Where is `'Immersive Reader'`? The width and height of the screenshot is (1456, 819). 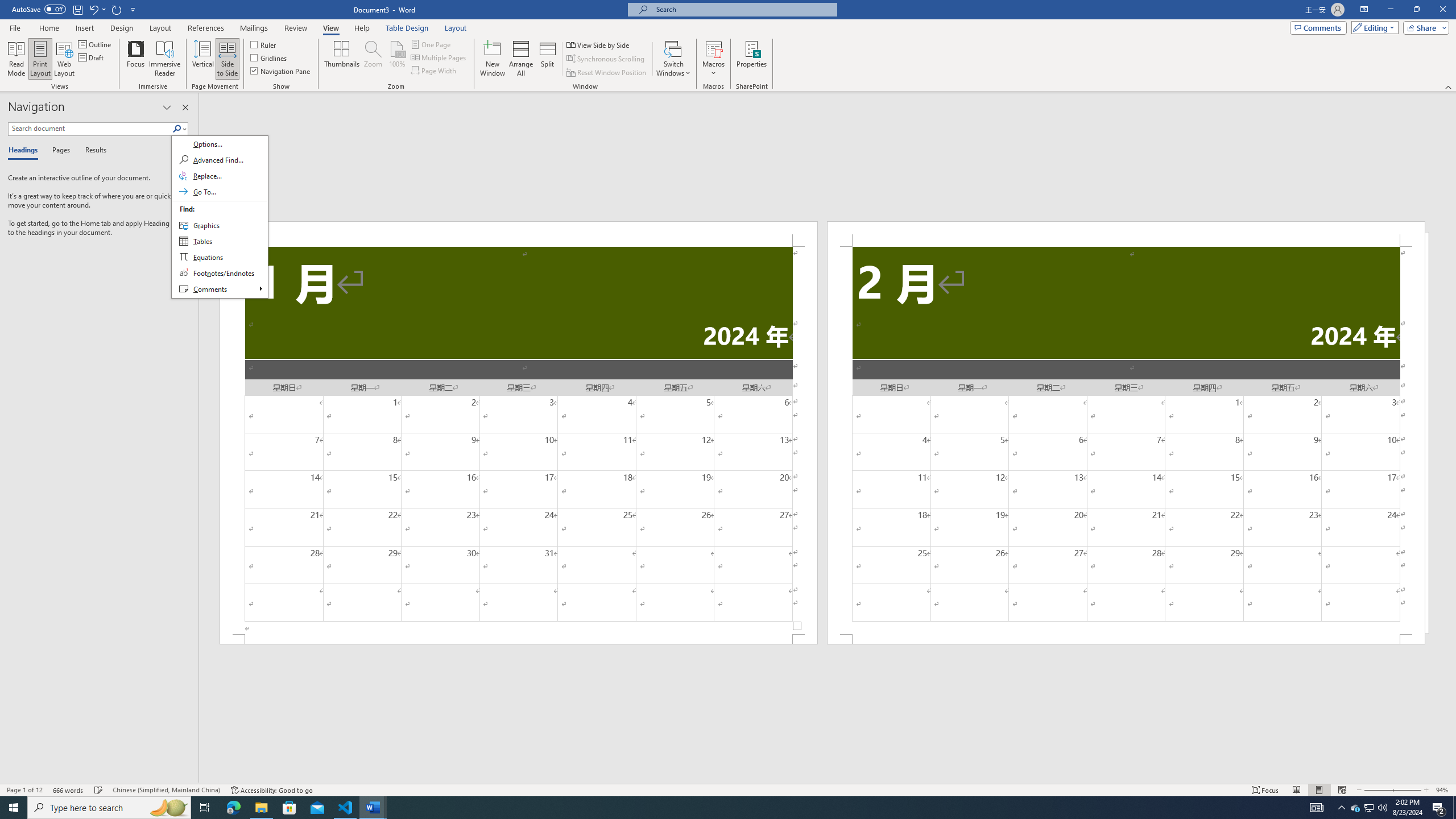
'Immersive Reader' is located at coordinates (164, 59).